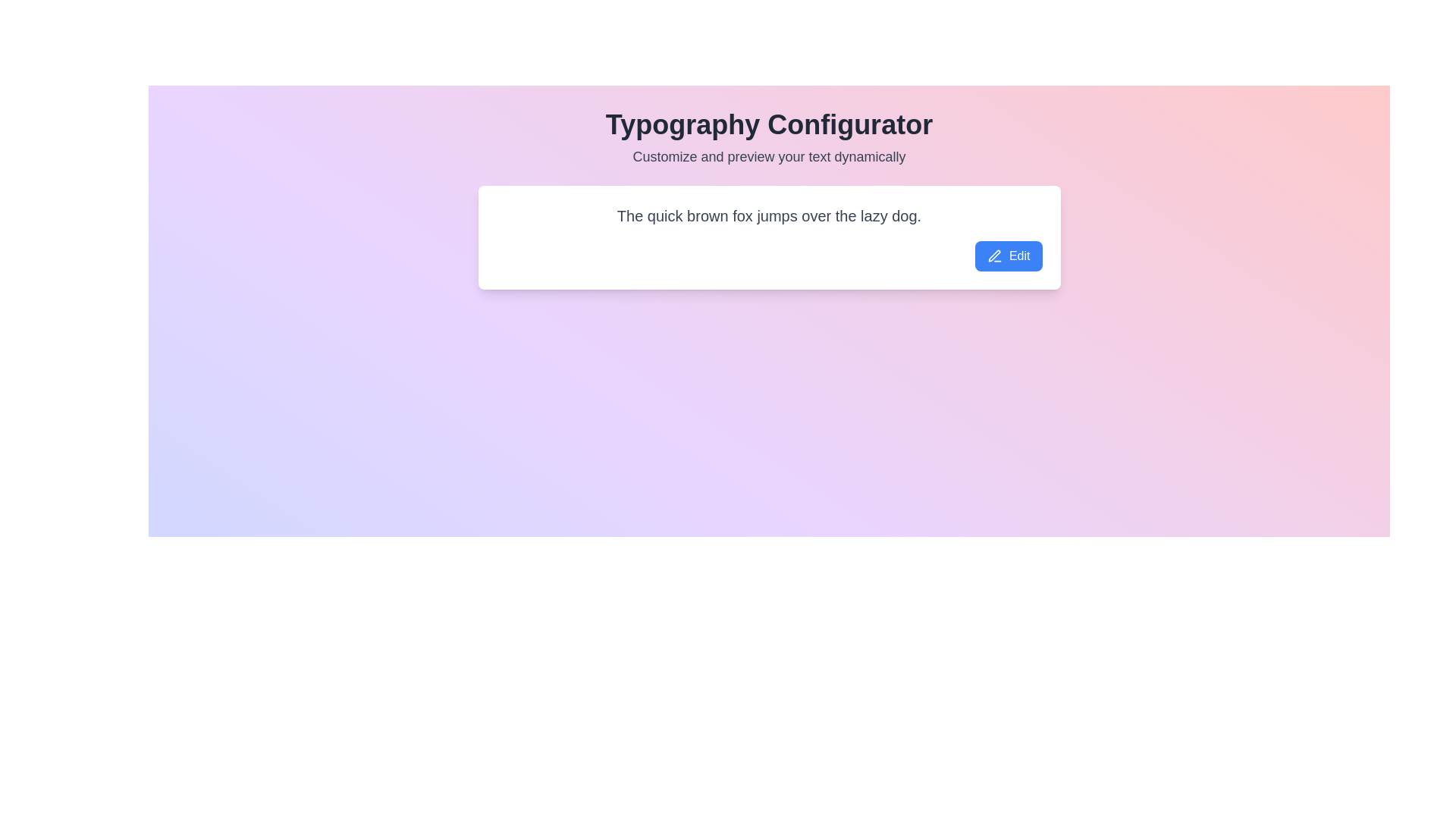  Describe the element at coordinates (769, 138) in the screenshot. I see `the Header element titled 'Typography Configurator' which features a subtitle 'Customize and preview your text dynamically'` at that location.